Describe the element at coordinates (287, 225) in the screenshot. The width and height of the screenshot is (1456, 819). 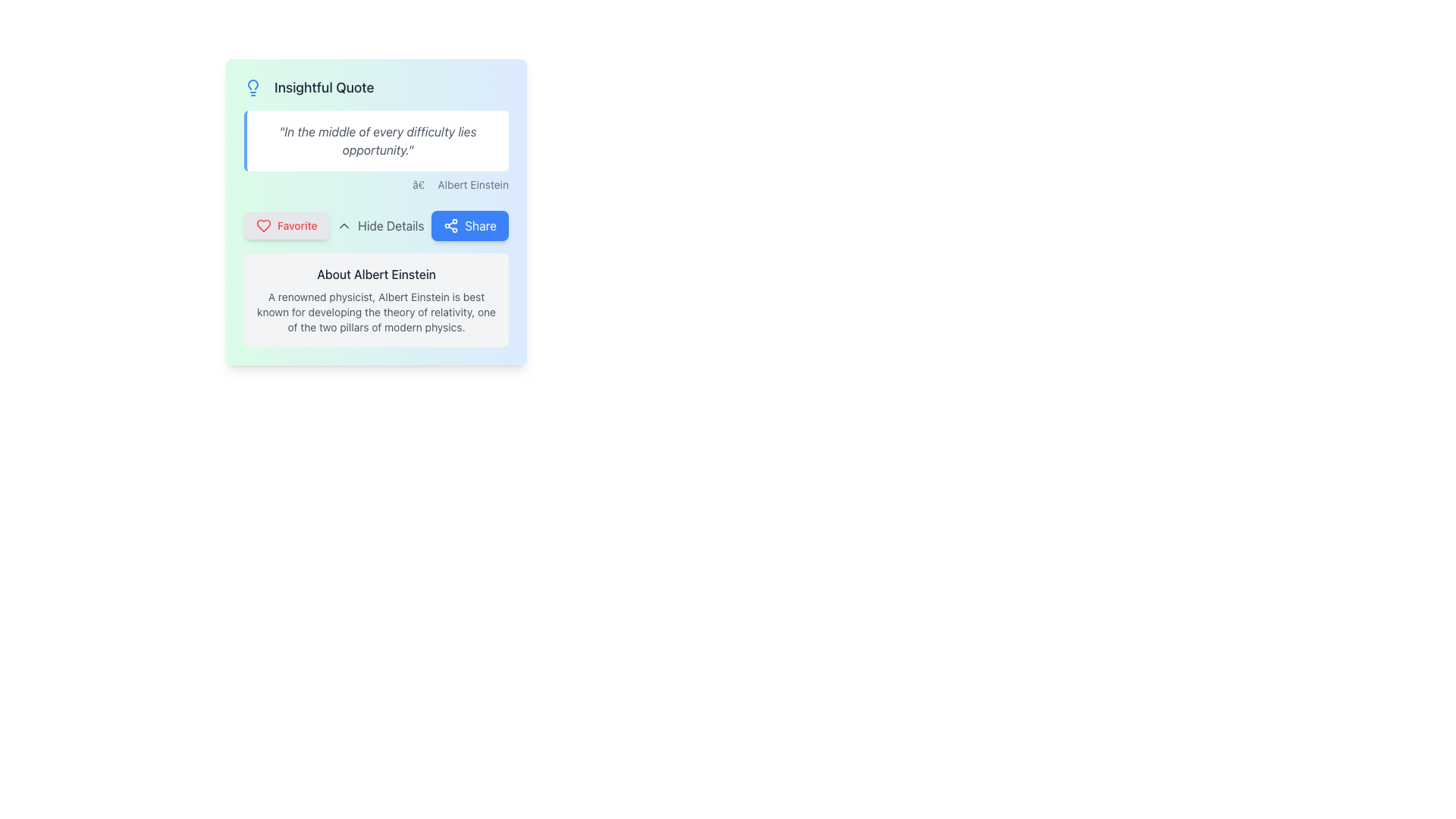
I see `the 'Favorite' button, which is a rounded rectangular button with a light gray background and red text, featuring a heart-shaped icon on the left` at that location.